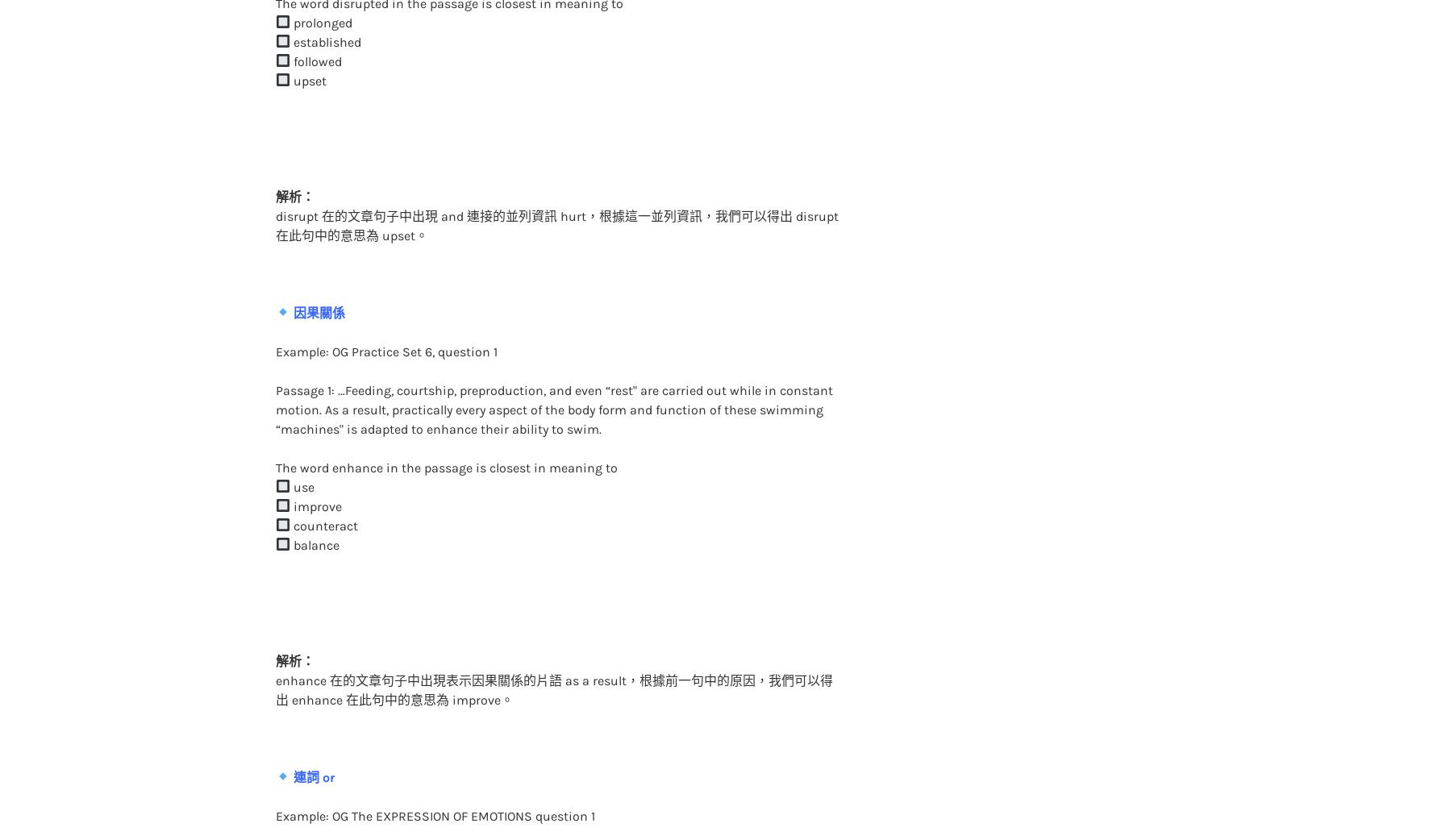  I want to click on 'use', so click(300, 453).